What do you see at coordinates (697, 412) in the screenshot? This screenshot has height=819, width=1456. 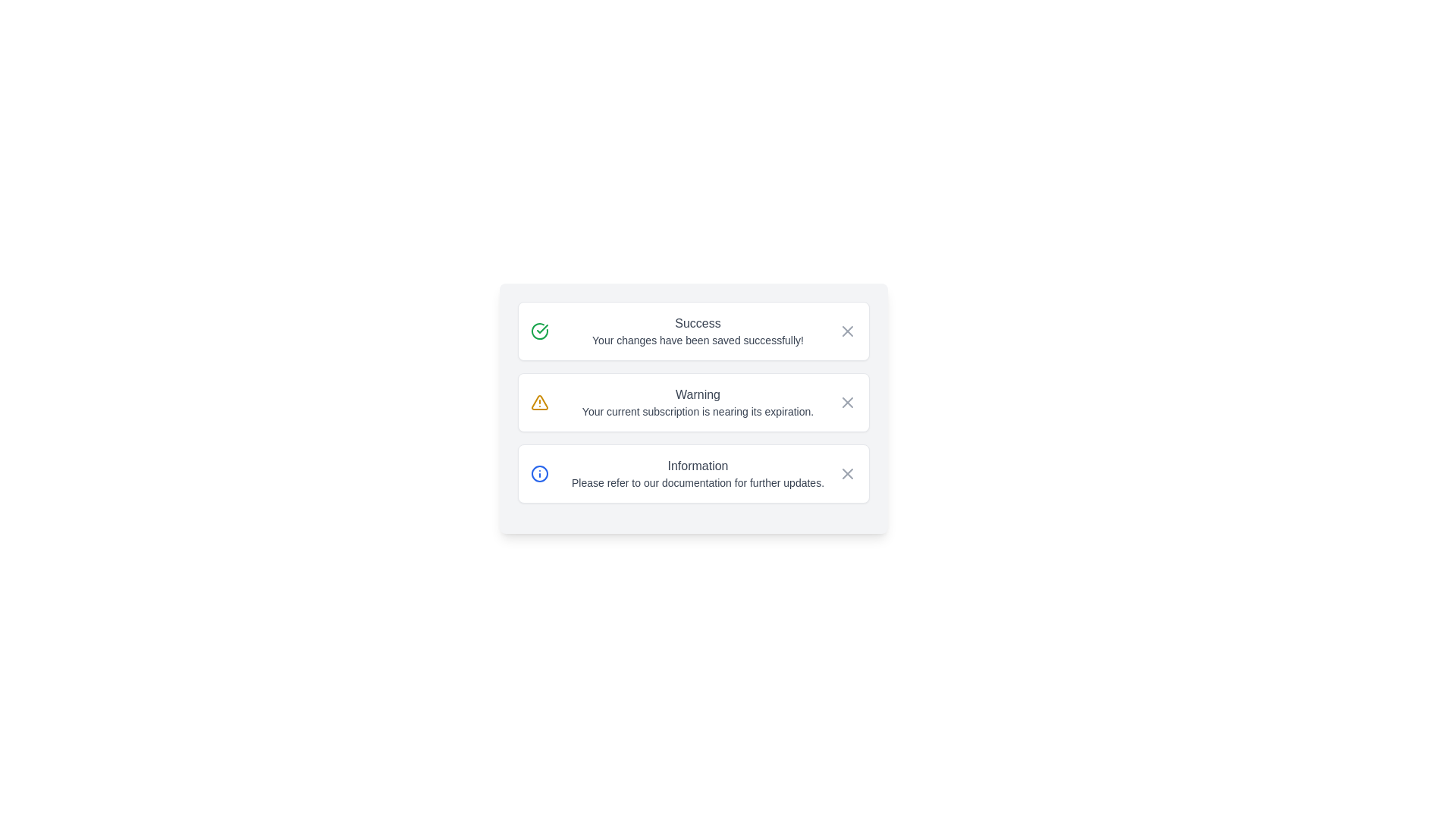 I see `the static text notifying the user about the impending expiration of their current subscription, located directly below the bold word 'Warning' within the warning message box` at bounding box center [697, 412].